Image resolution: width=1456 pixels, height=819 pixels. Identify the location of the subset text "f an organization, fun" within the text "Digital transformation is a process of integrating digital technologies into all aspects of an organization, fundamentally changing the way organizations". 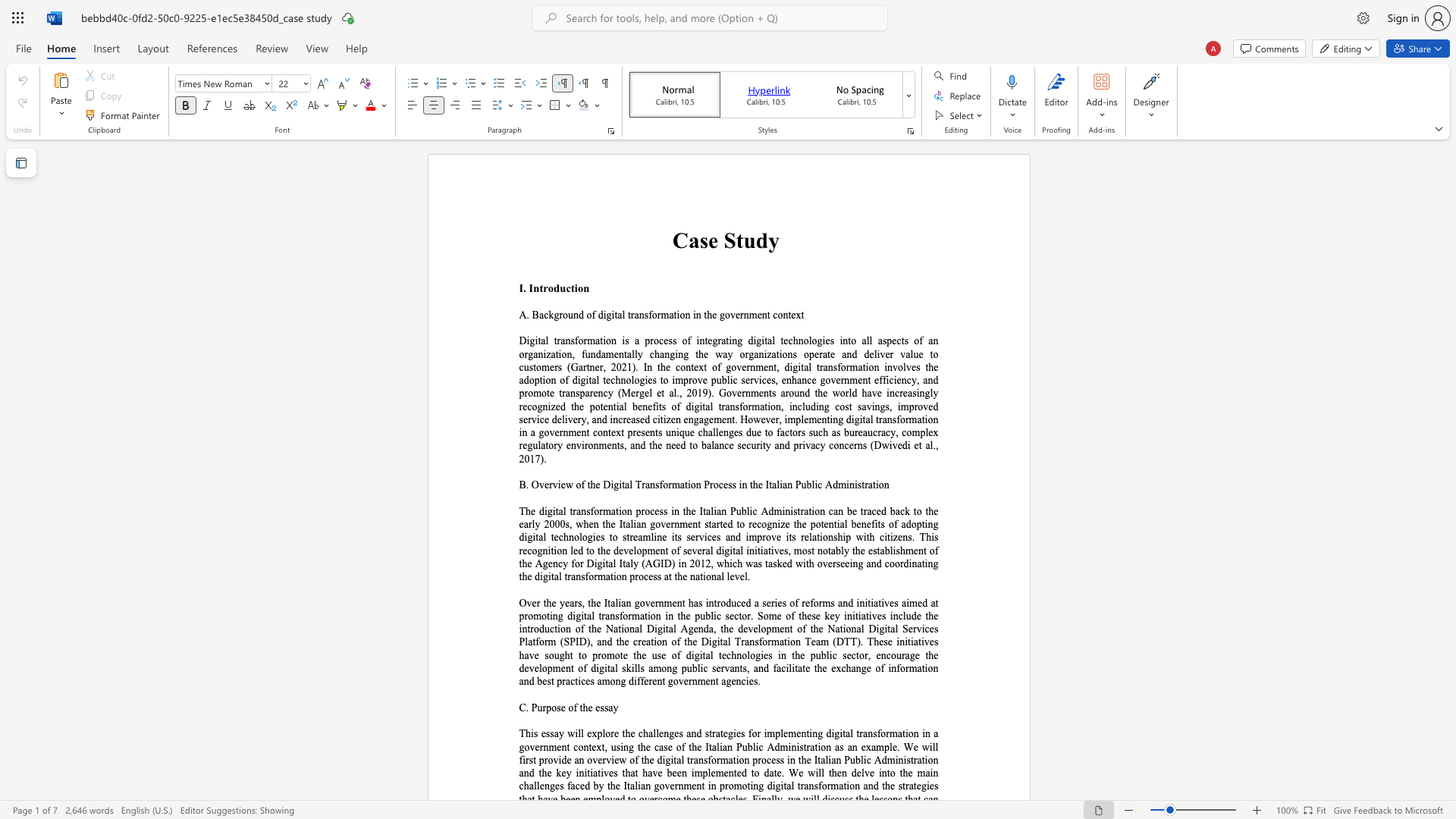
(918, 340).